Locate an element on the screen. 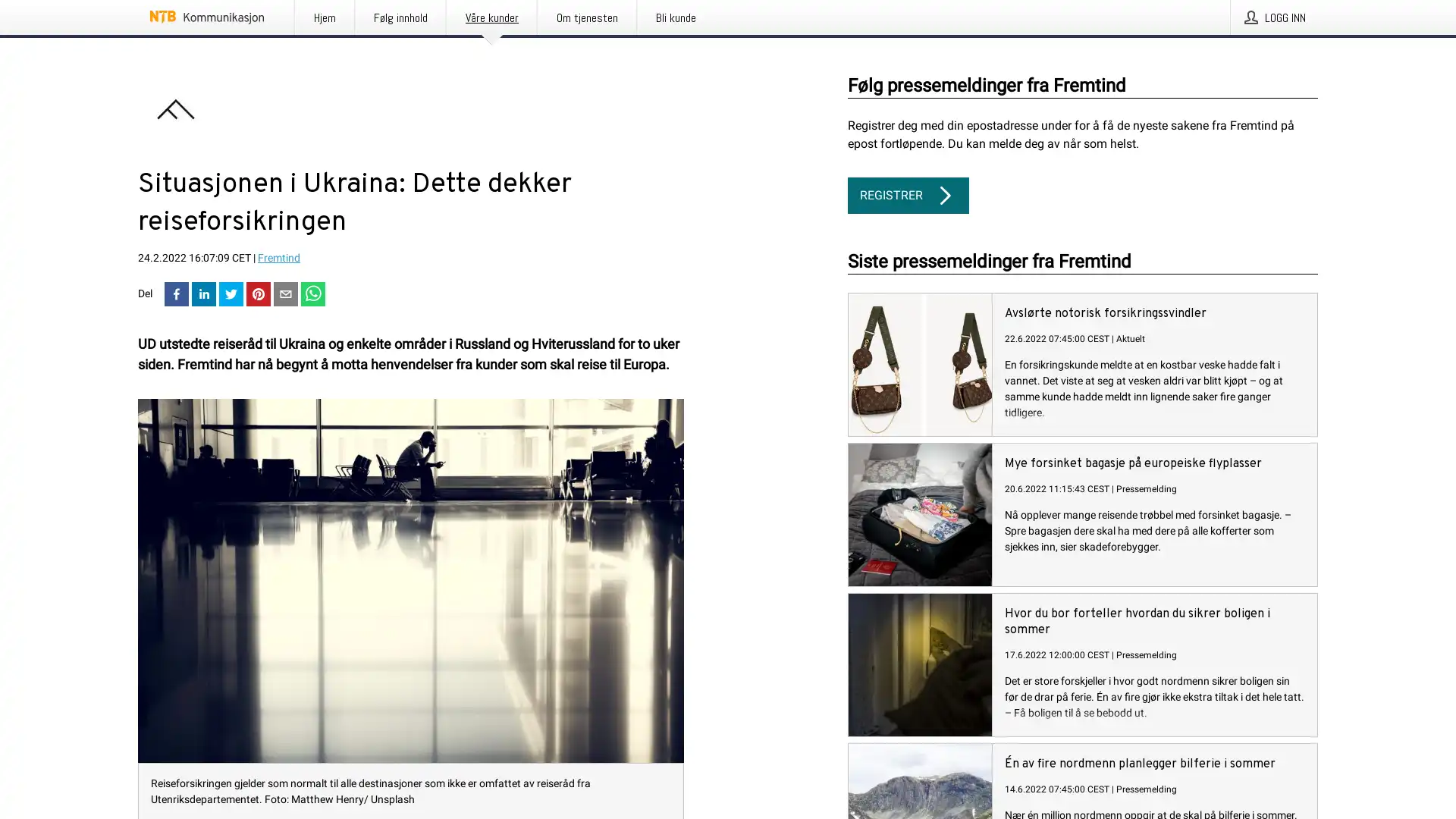  facebook is located at coordinates (177, 295).